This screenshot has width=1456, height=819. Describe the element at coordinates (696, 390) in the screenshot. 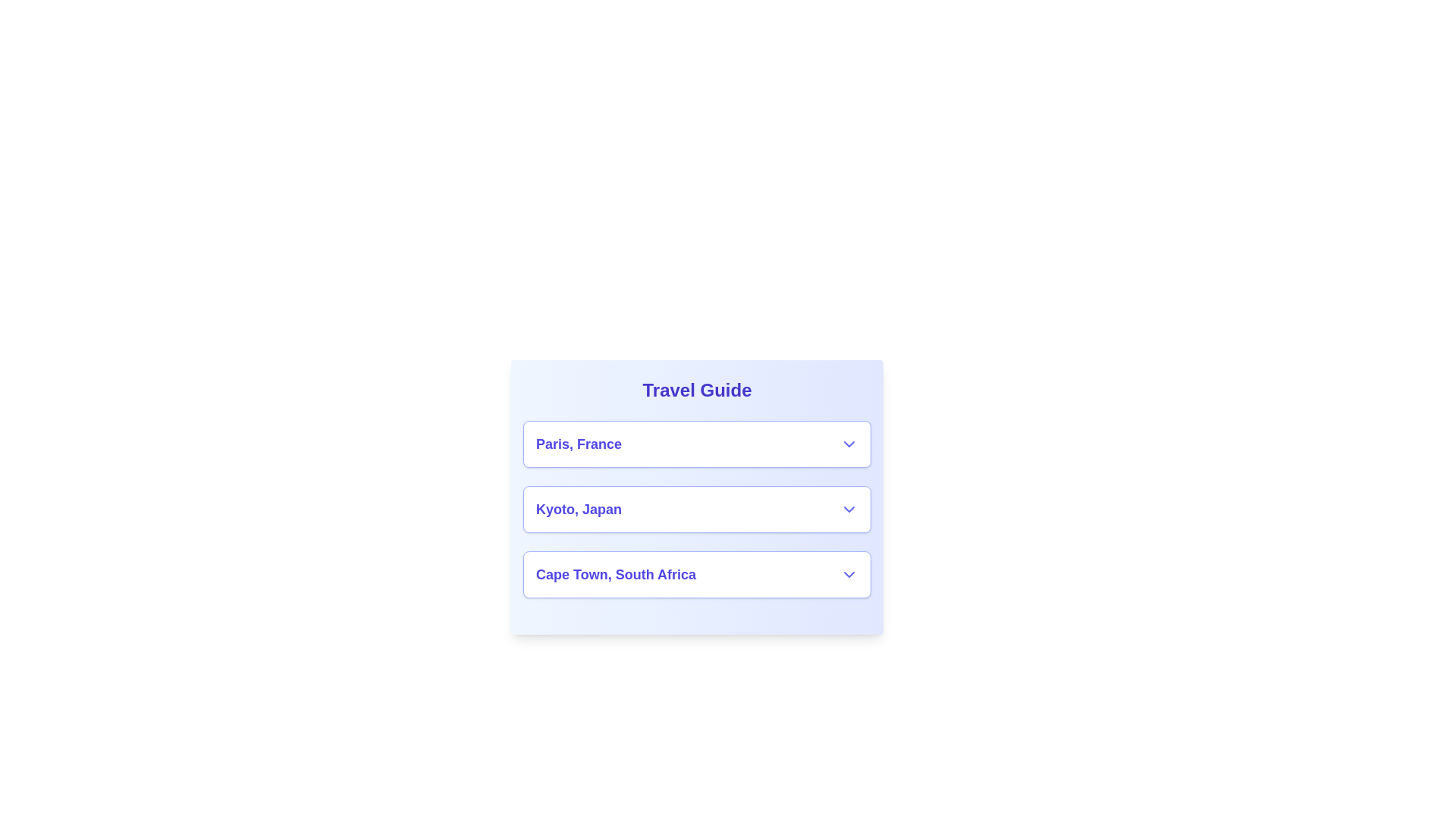

I see `the bold heading 'Travel Guide' which is styled in moderate-blue color and is centered within a light blue gradient background` at that location.